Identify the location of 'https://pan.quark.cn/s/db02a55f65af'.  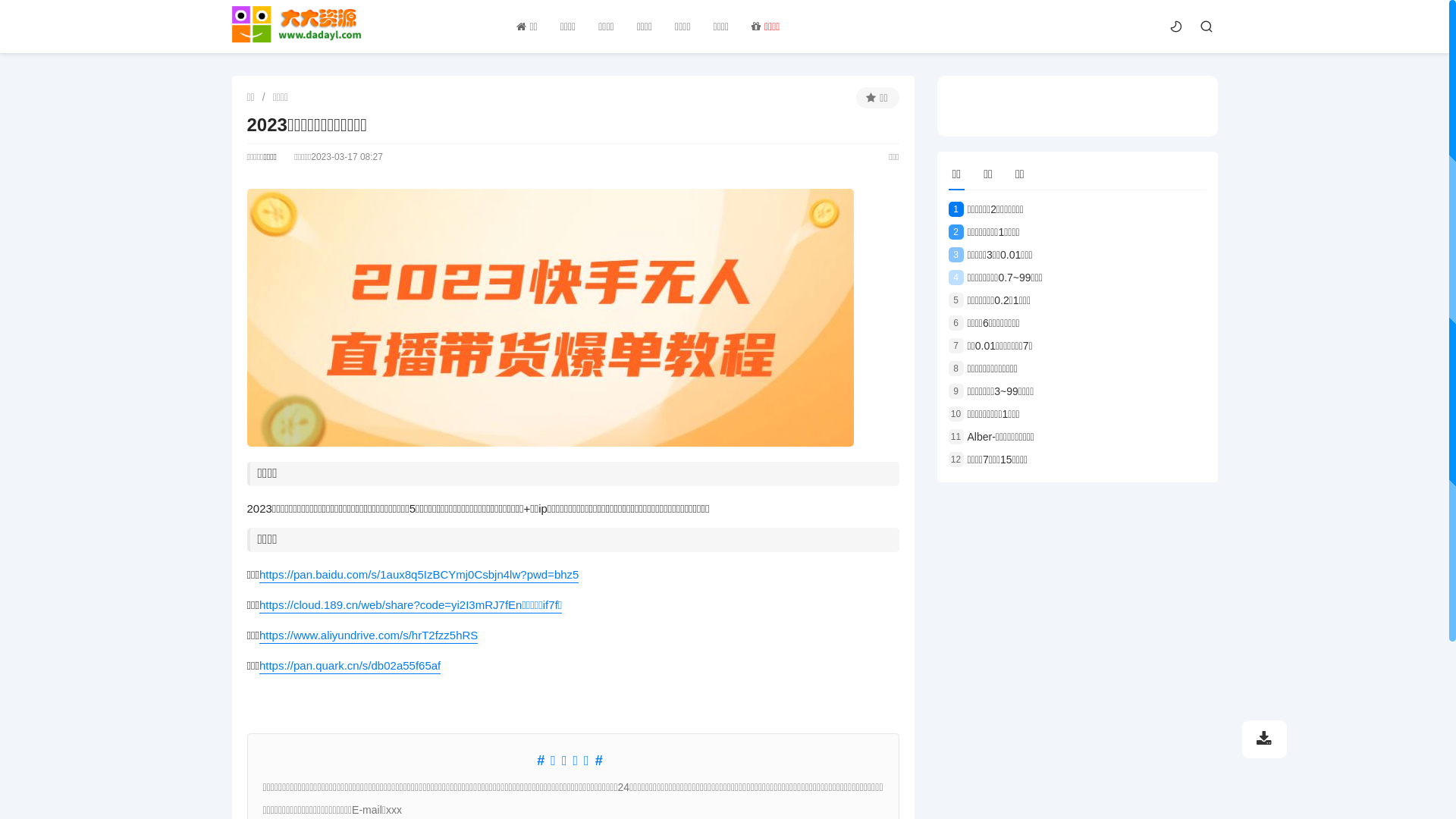
(349, 665).